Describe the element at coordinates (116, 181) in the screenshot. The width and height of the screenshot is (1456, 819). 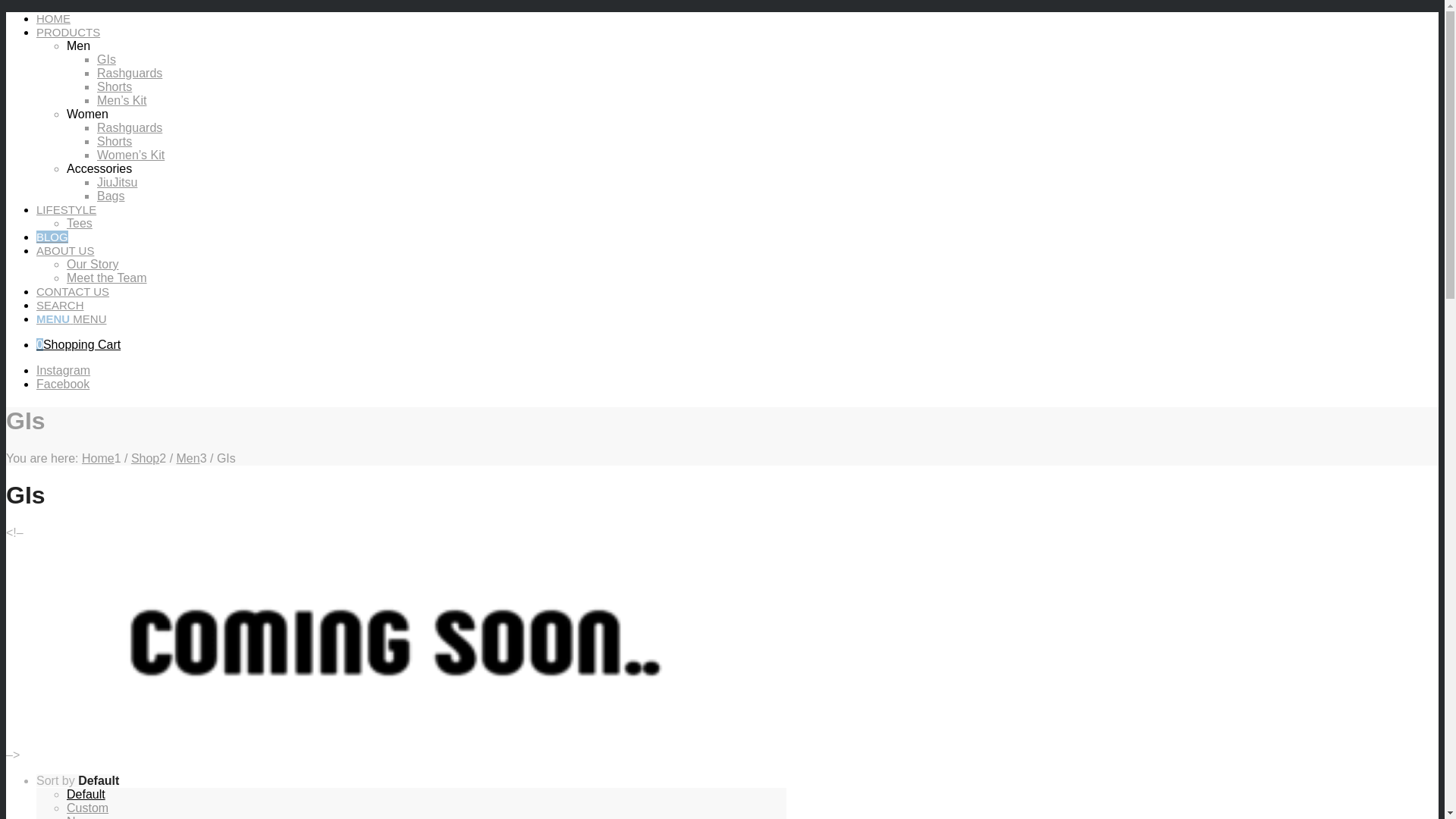
I see `'JiuJitsu'` at that location.